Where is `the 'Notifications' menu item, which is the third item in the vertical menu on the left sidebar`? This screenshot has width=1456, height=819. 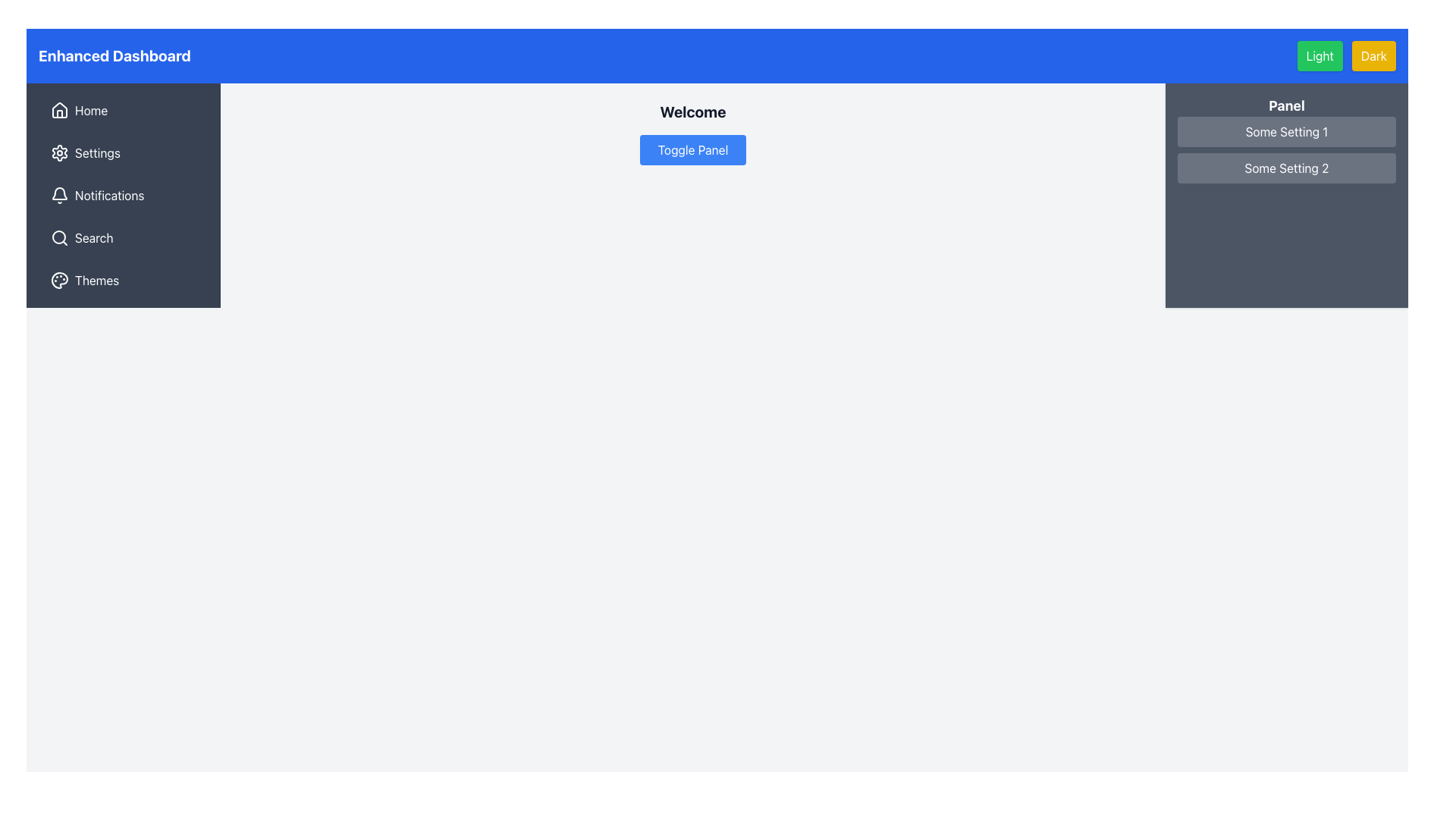 the 'Notifications' menu item, which is the third item in the vertical menu on the left sidebar is located at coordinates (124, 195).